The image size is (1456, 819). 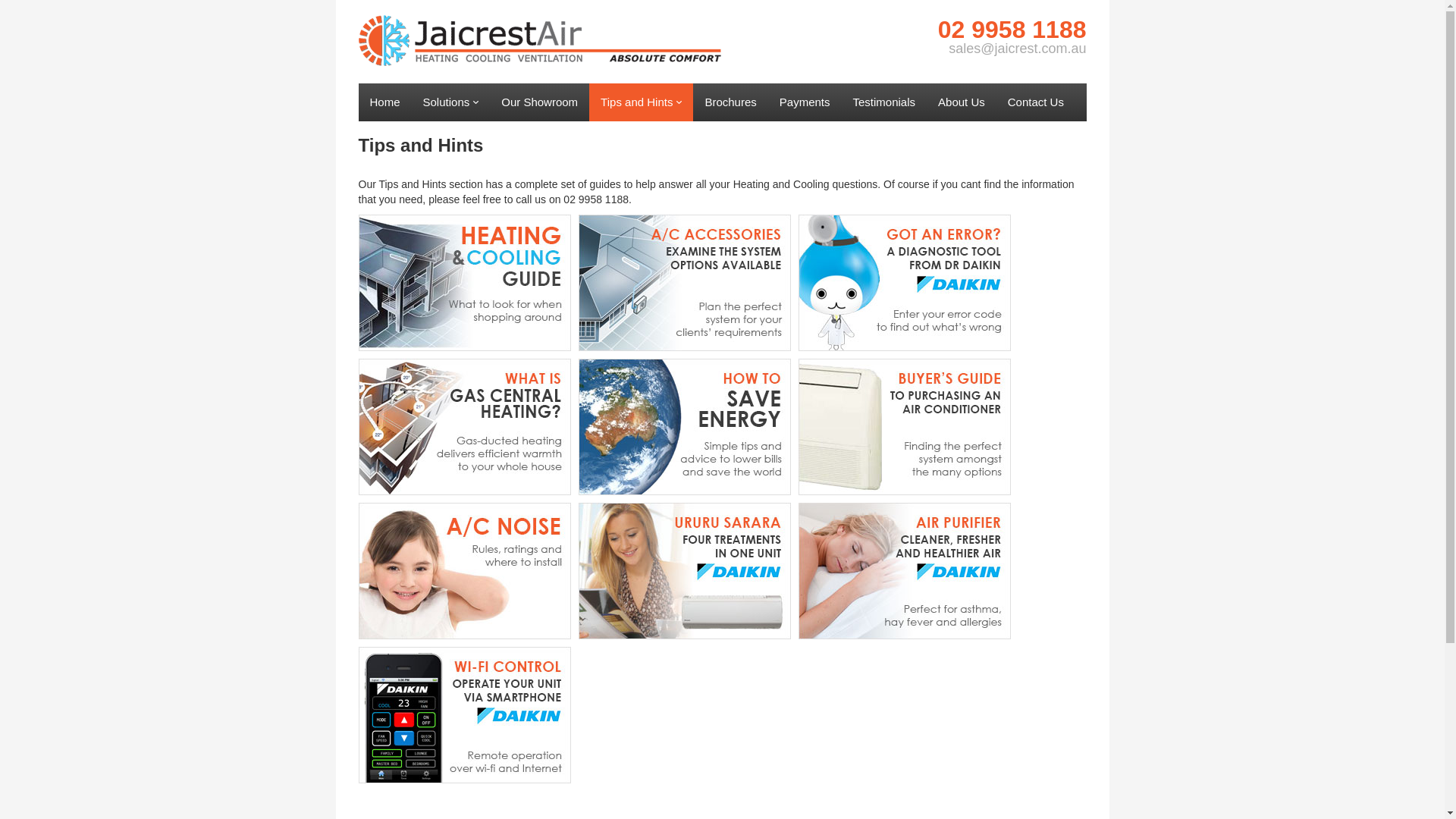 What do you see at coordinates (1012, 29) in the screenshot?
I see `'02 9958 1188'` at bounding box center [1012, 29].